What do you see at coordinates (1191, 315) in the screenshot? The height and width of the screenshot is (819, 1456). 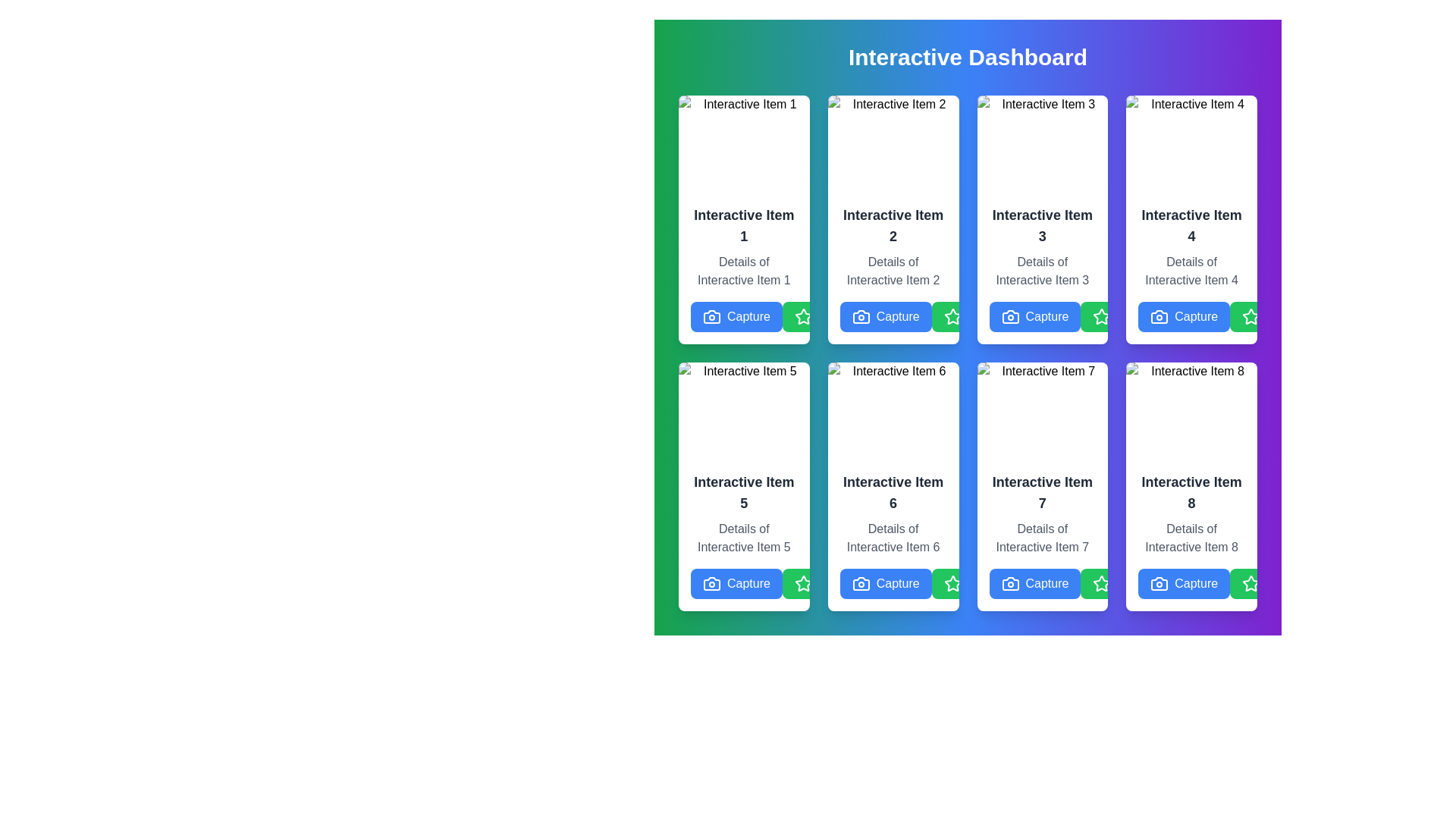 I see `the 'capture' button located in the top-right corner of the 'Interactive Item 4' card to observe the hover effects` at bounding box center [1191, 315].